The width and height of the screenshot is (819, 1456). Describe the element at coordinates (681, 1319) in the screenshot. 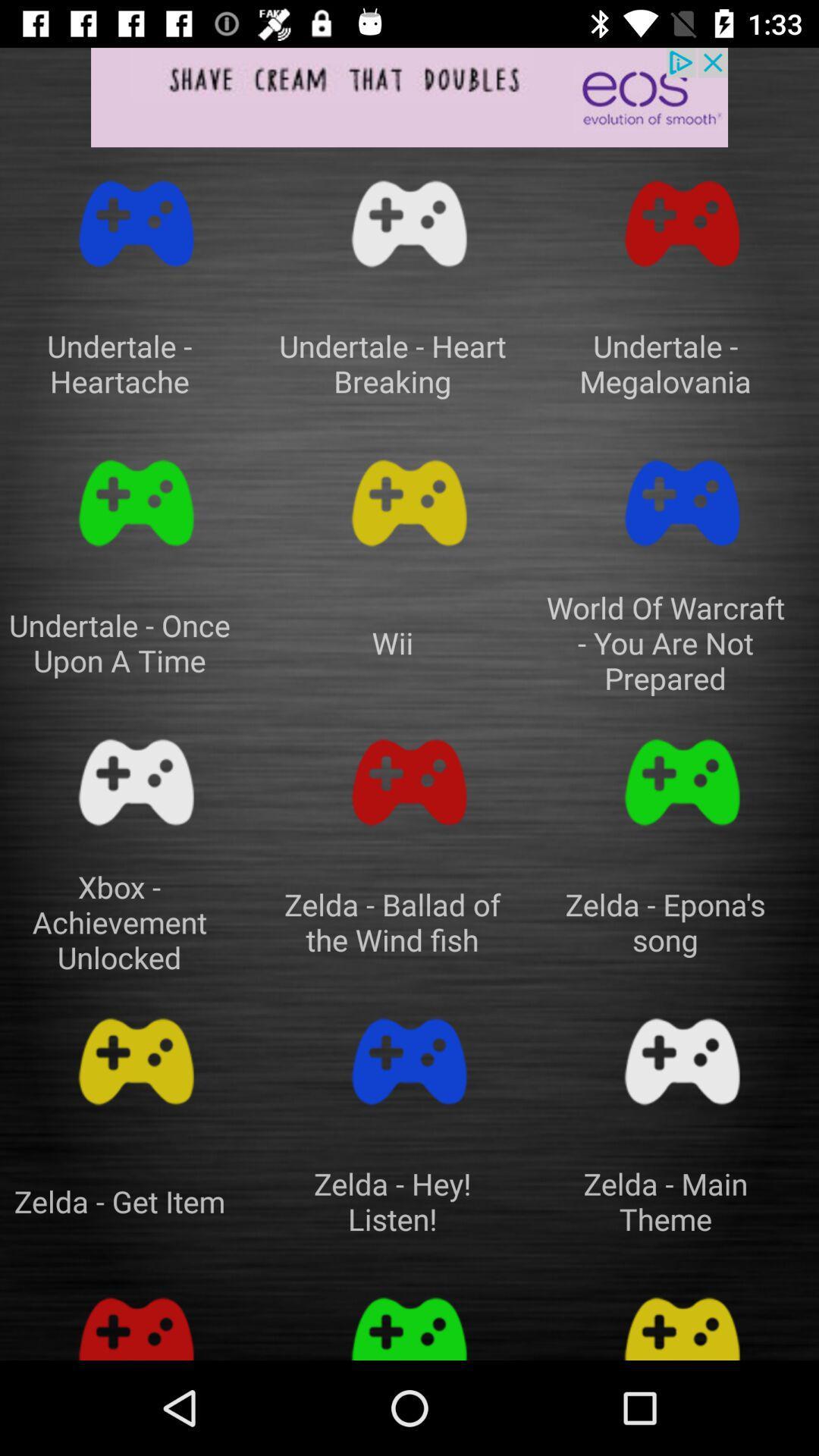

I see `one of the theme for playing video games` at that location.